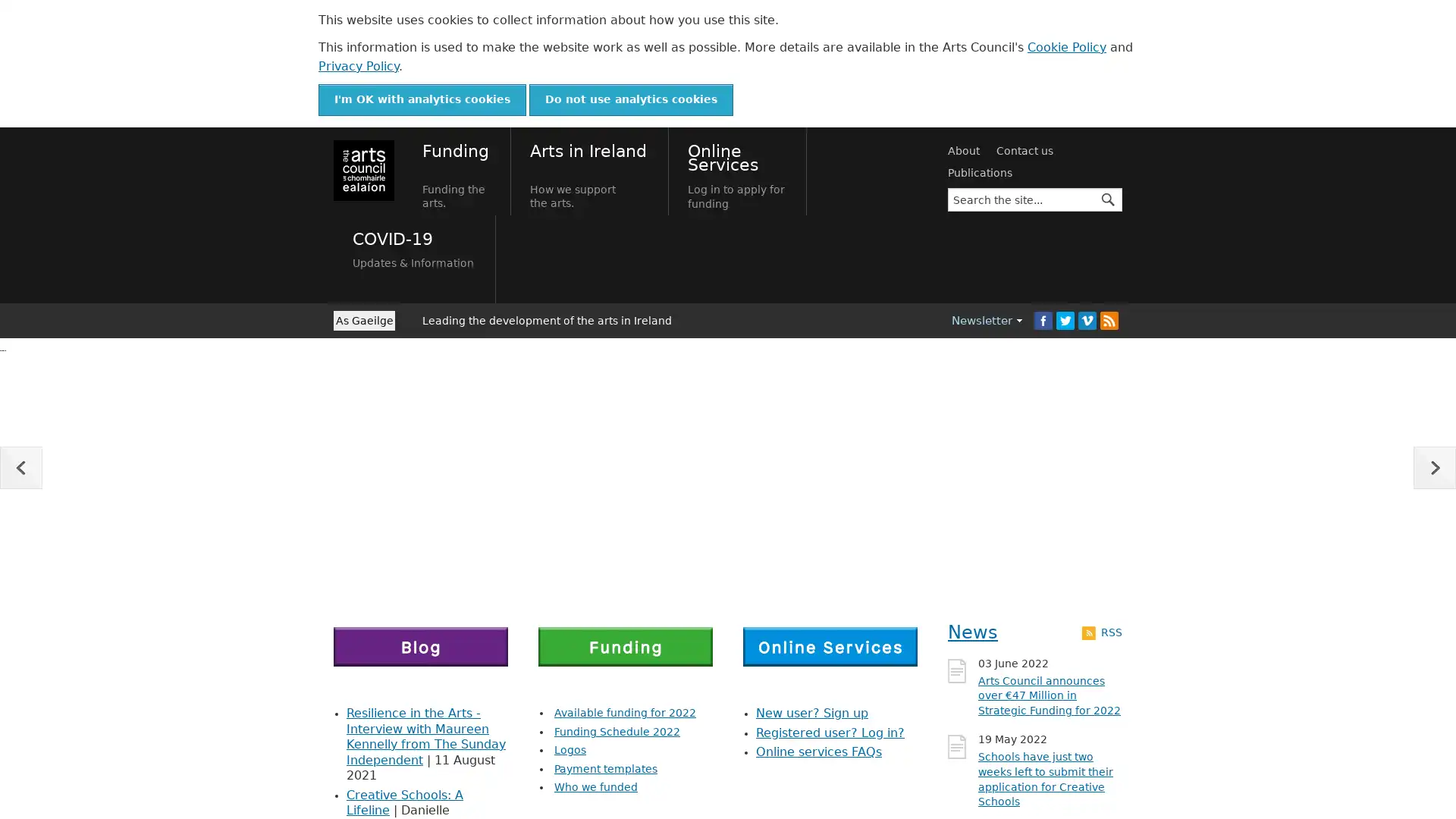 This screenshot has height=819, width=1456. Describe the element at coordinates (631, 99) in the screenshot. I see `Do not use analytics cookies` at that location.